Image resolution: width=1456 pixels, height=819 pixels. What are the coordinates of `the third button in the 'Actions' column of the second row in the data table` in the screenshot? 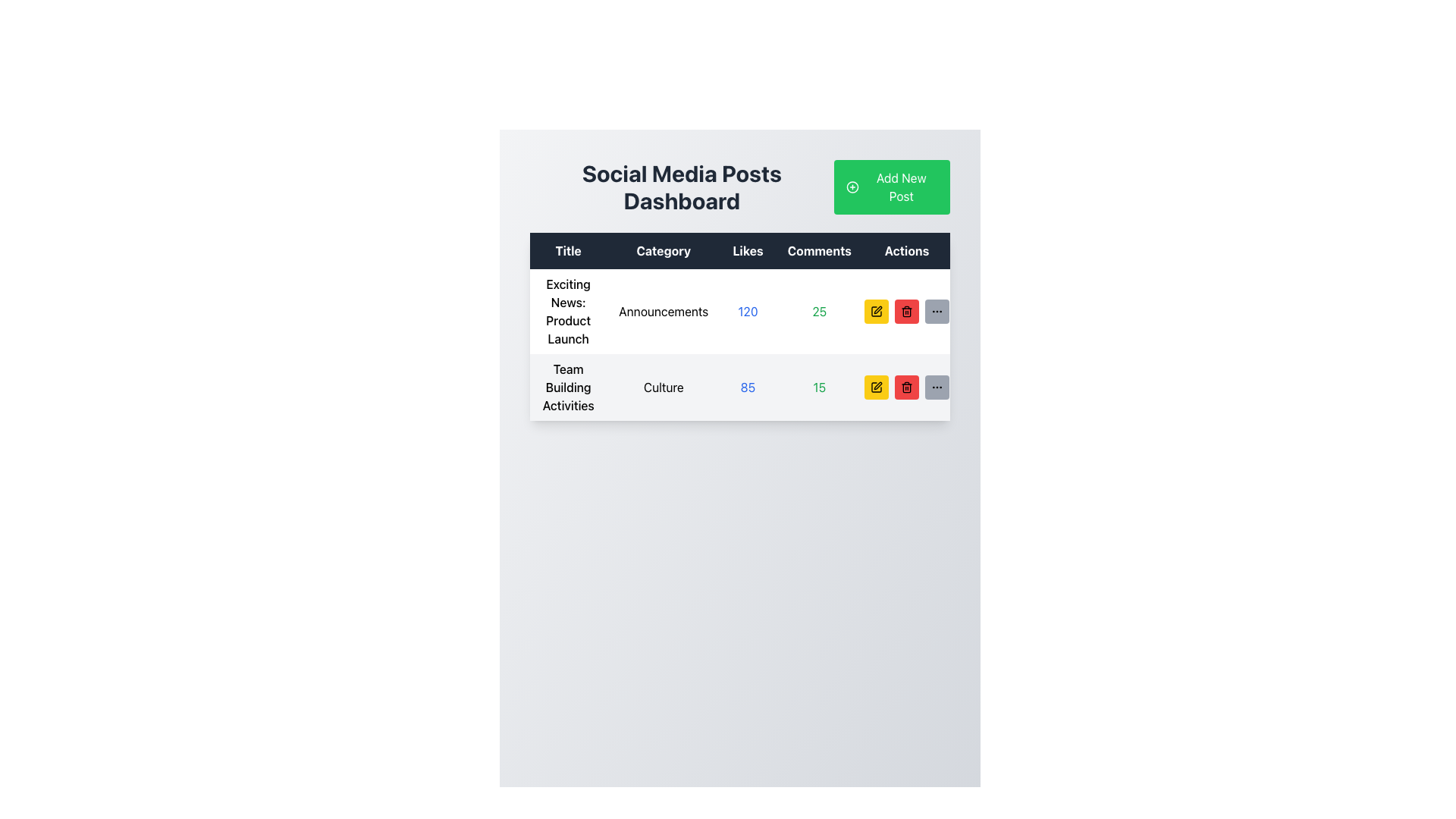 It's located at (937, 386).